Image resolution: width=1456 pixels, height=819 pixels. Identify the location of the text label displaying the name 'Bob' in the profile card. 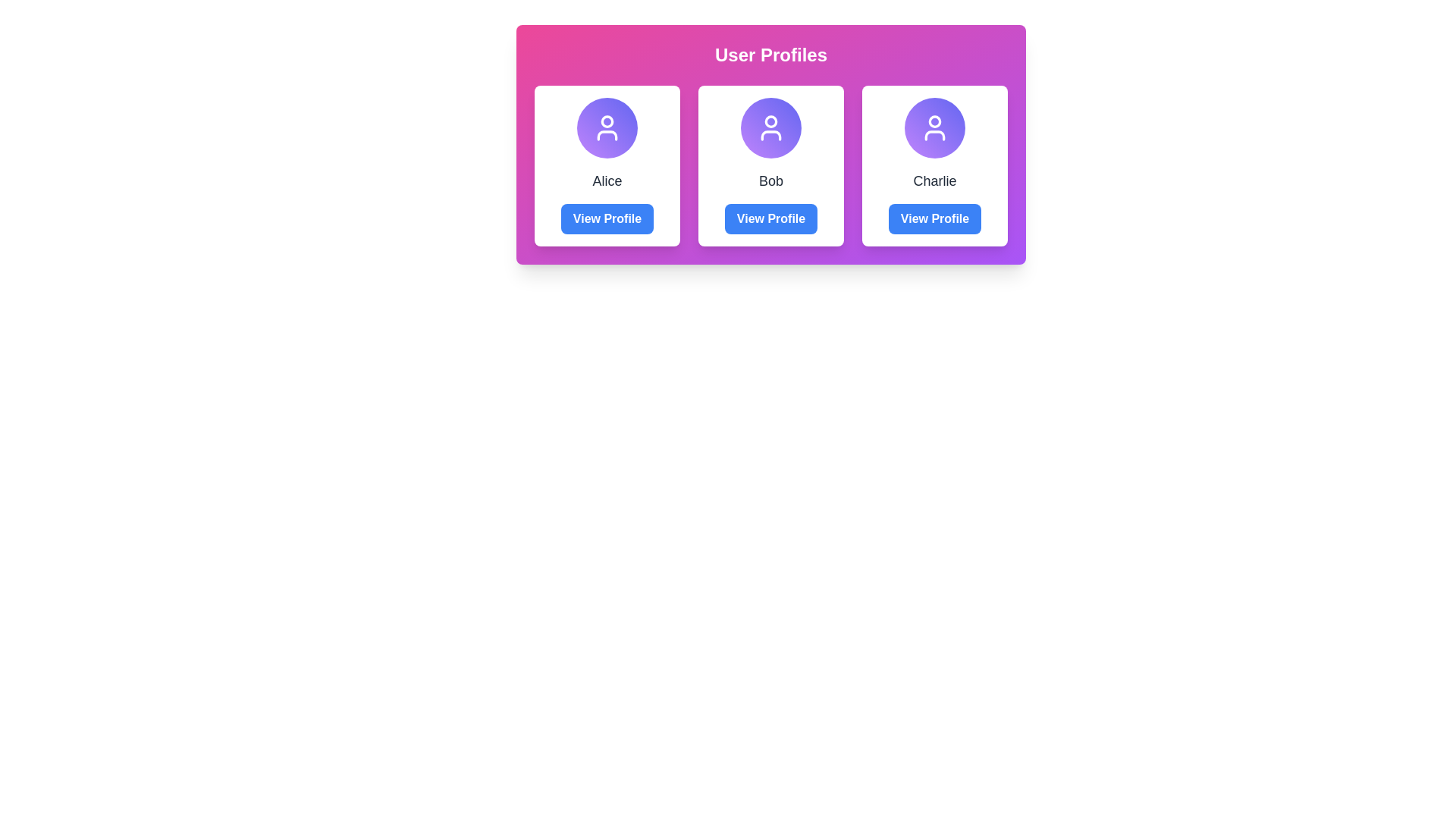
(771, 180).